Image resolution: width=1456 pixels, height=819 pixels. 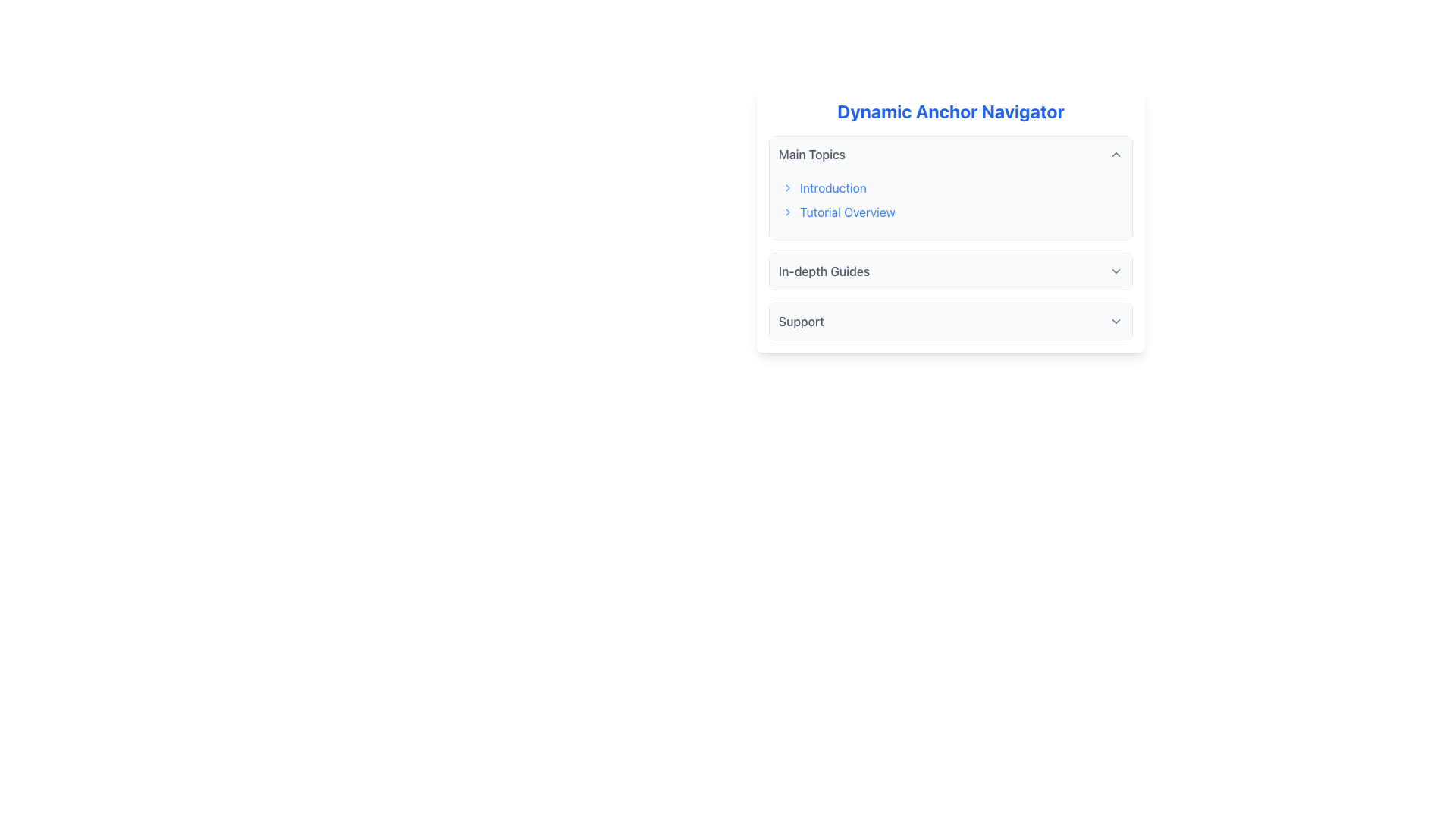 What do you see at coordinates (949, 321) in the screenshot?
I see `the 'Support' button located at the bottom of the 'In-depth Guides' section in the 'Dynamic Anchor Navigator' sidebar` at bounding box center [949, 321].